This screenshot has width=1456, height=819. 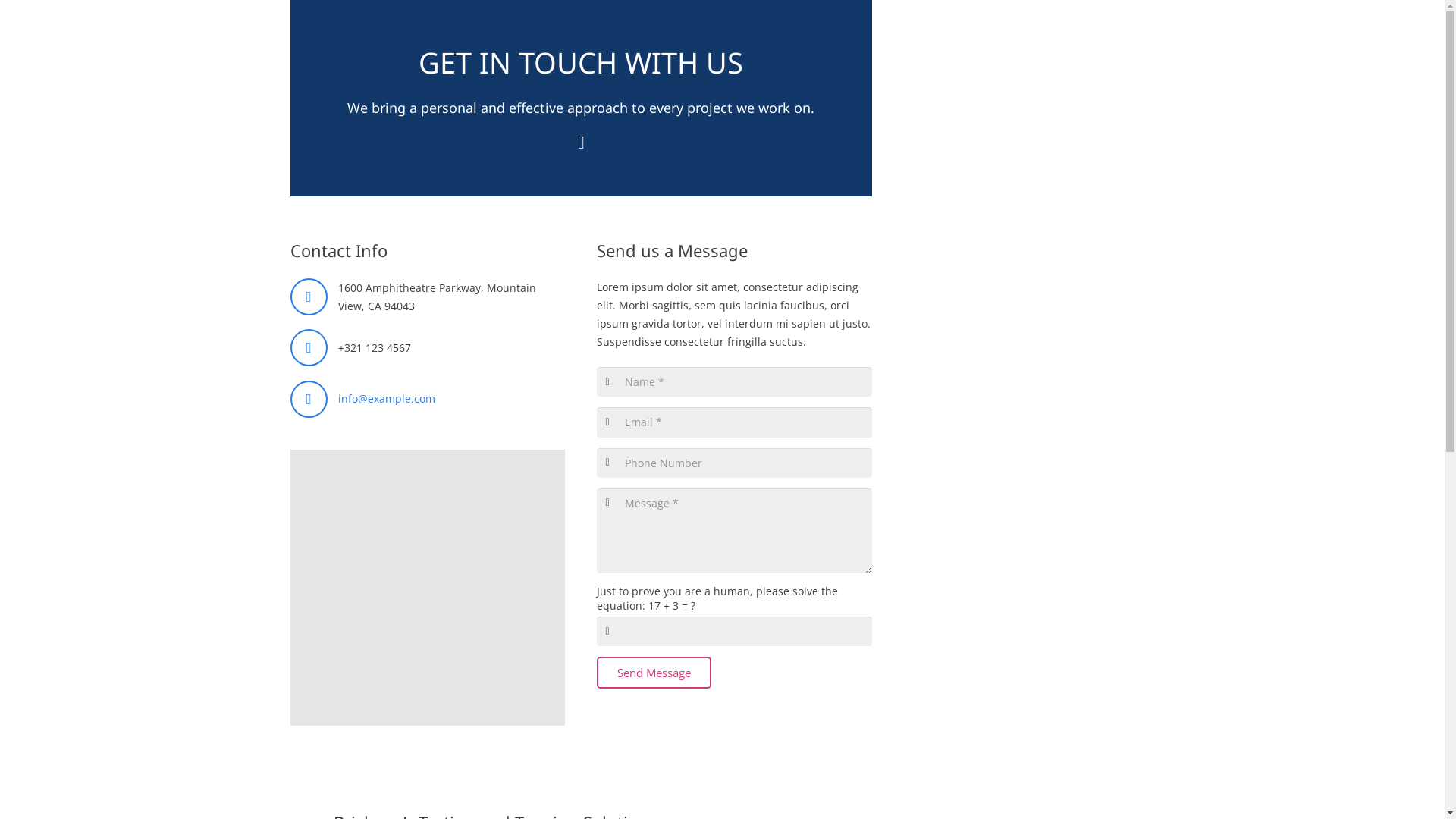 I want to click on 'info@example.com', so click(x=386, y=397).